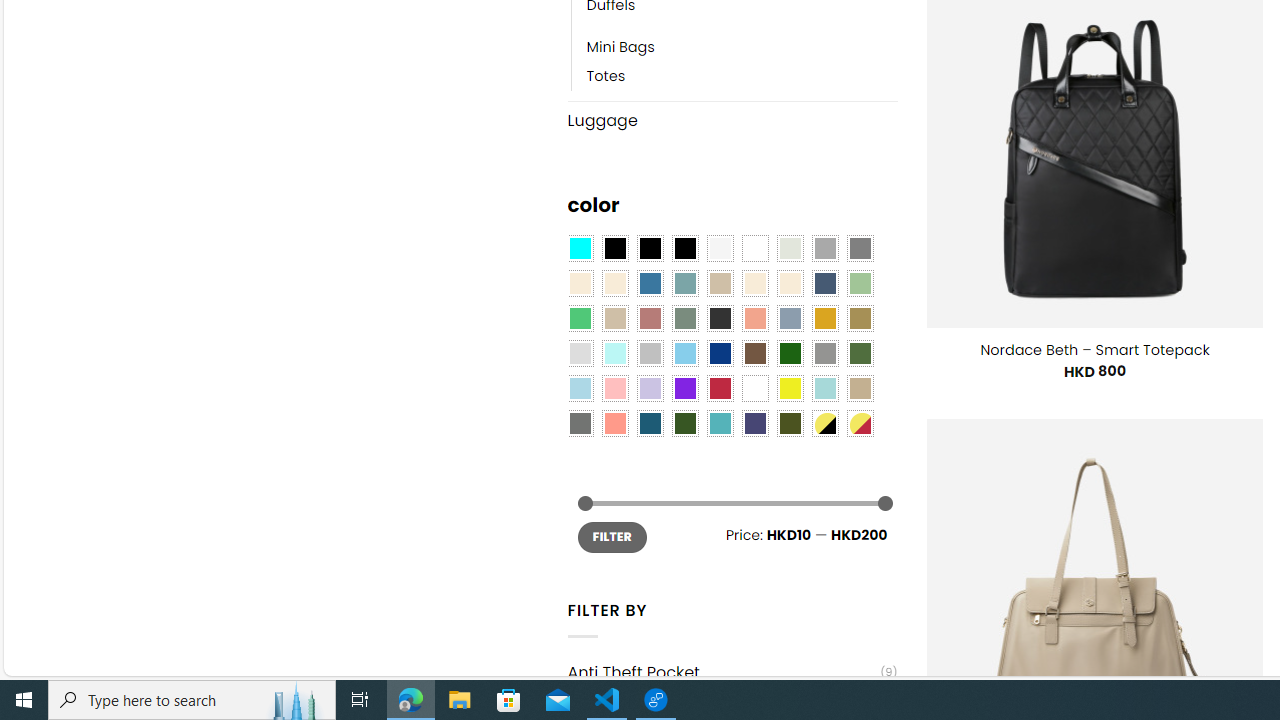 The image size is (1280, 720). Describe the element at coordinates (860, 423) in the screenshot. I see `'Yellow-Red'` at that location.